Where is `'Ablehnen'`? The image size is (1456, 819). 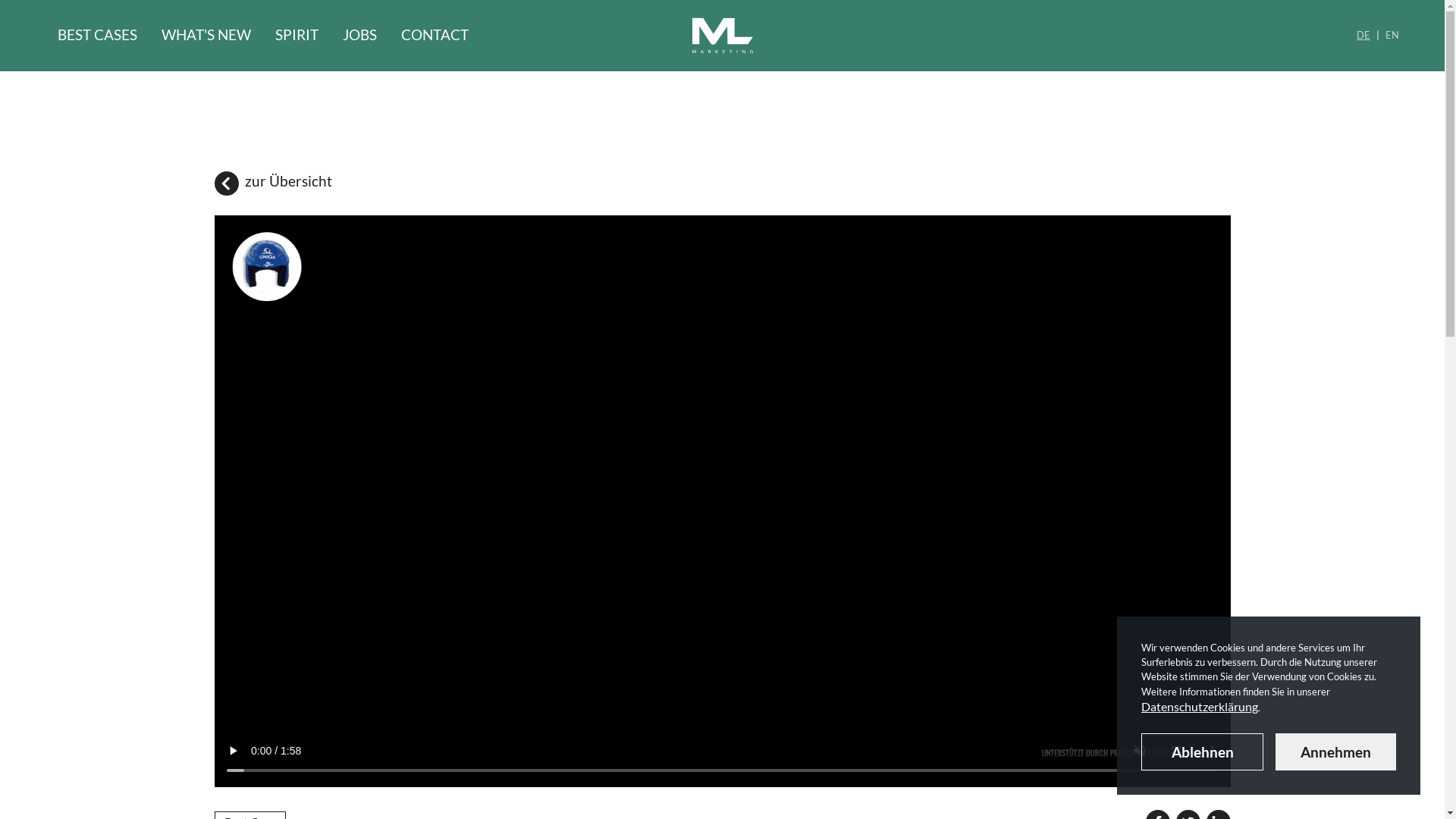 'Ablehnen' is located at coordinates (1141, 752).